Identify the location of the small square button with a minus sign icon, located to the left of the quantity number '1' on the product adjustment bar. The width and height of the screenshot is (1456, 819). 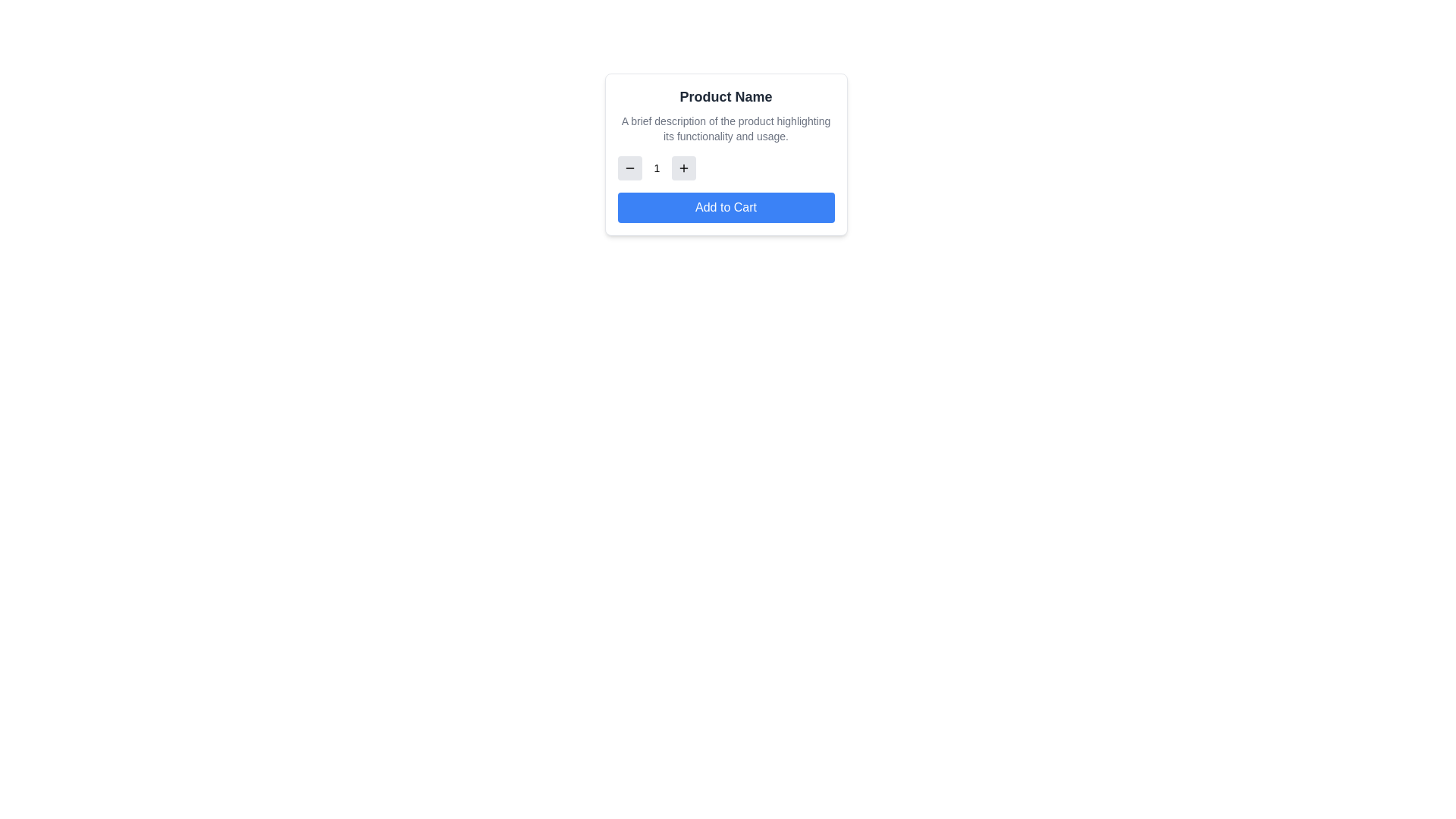
(629, 168).